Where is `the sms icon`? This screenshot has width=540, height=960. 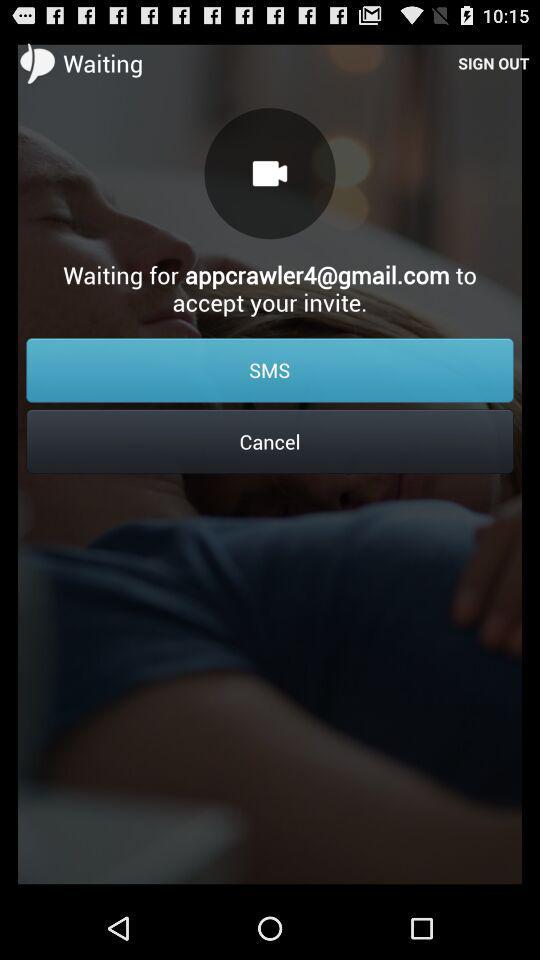
the sms icon is located at coordinates (270, 369).